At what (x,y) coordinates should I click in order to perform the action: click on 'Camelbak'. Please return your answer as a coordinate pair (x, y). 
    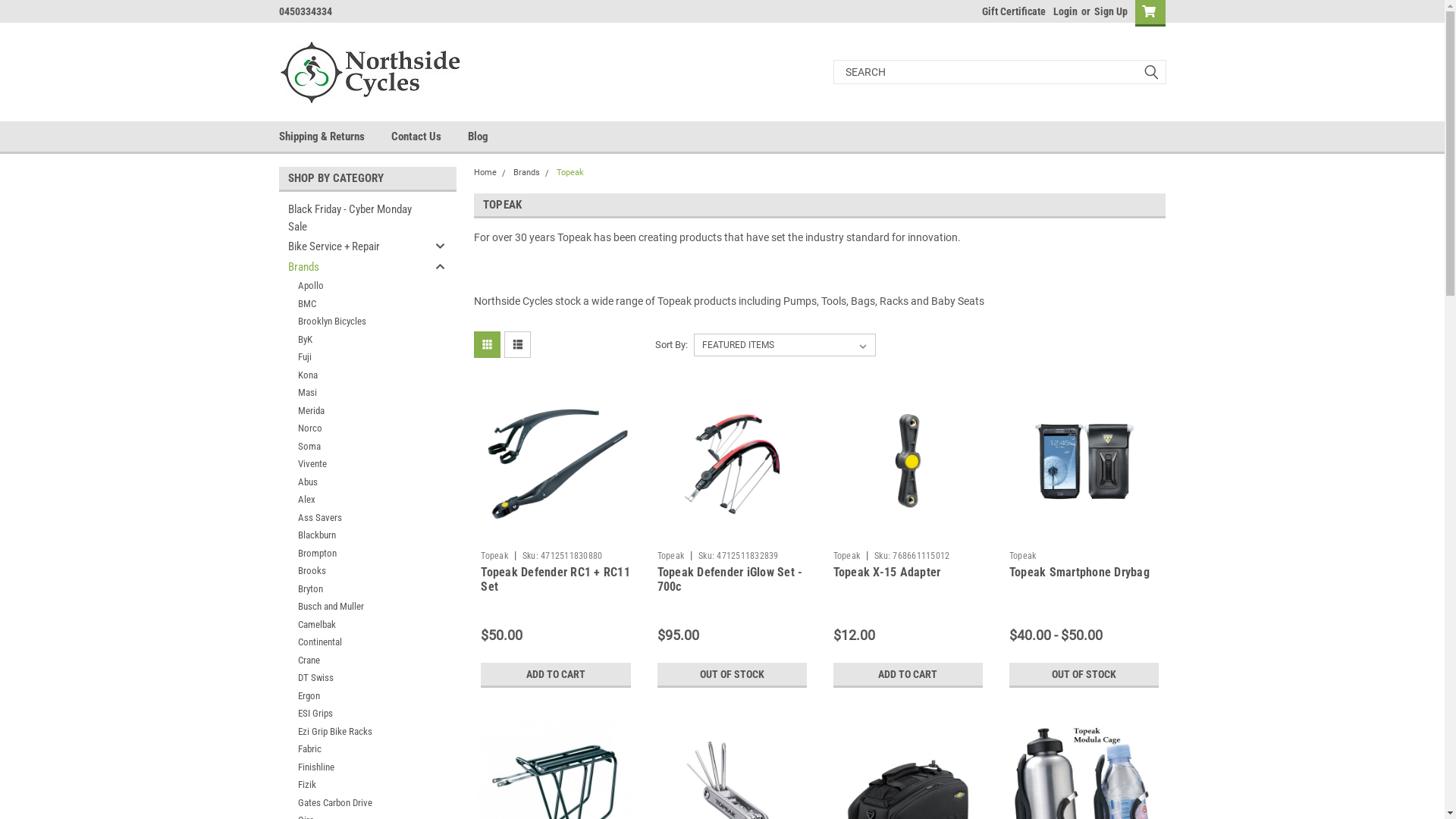
    Looking at the image, I should click on (353, 625).